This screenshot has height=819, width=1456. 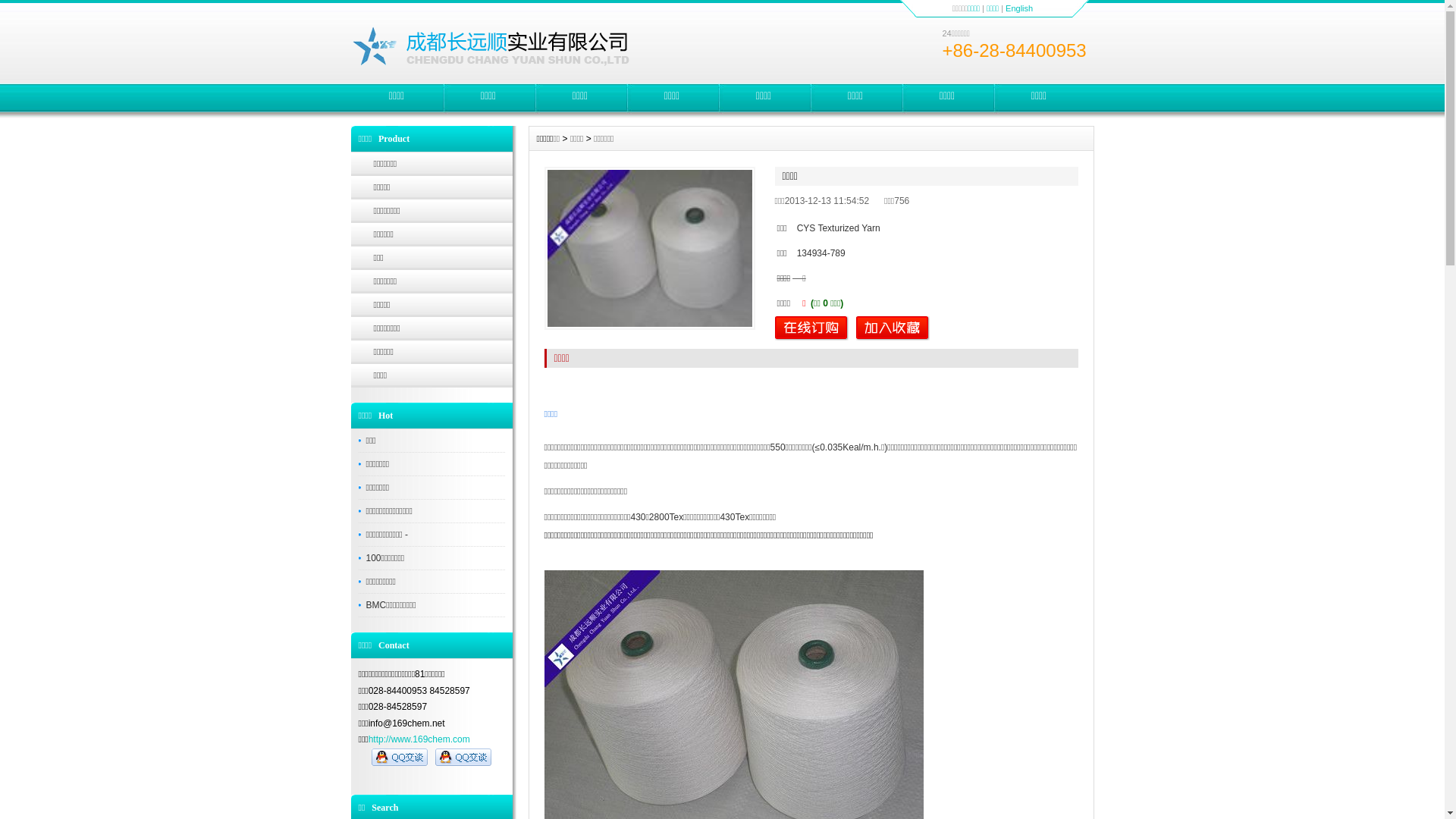 What do you see at coordinates (1019, 8) in the screenshot?
I see `'English'` at bounding box center [1019, 8].